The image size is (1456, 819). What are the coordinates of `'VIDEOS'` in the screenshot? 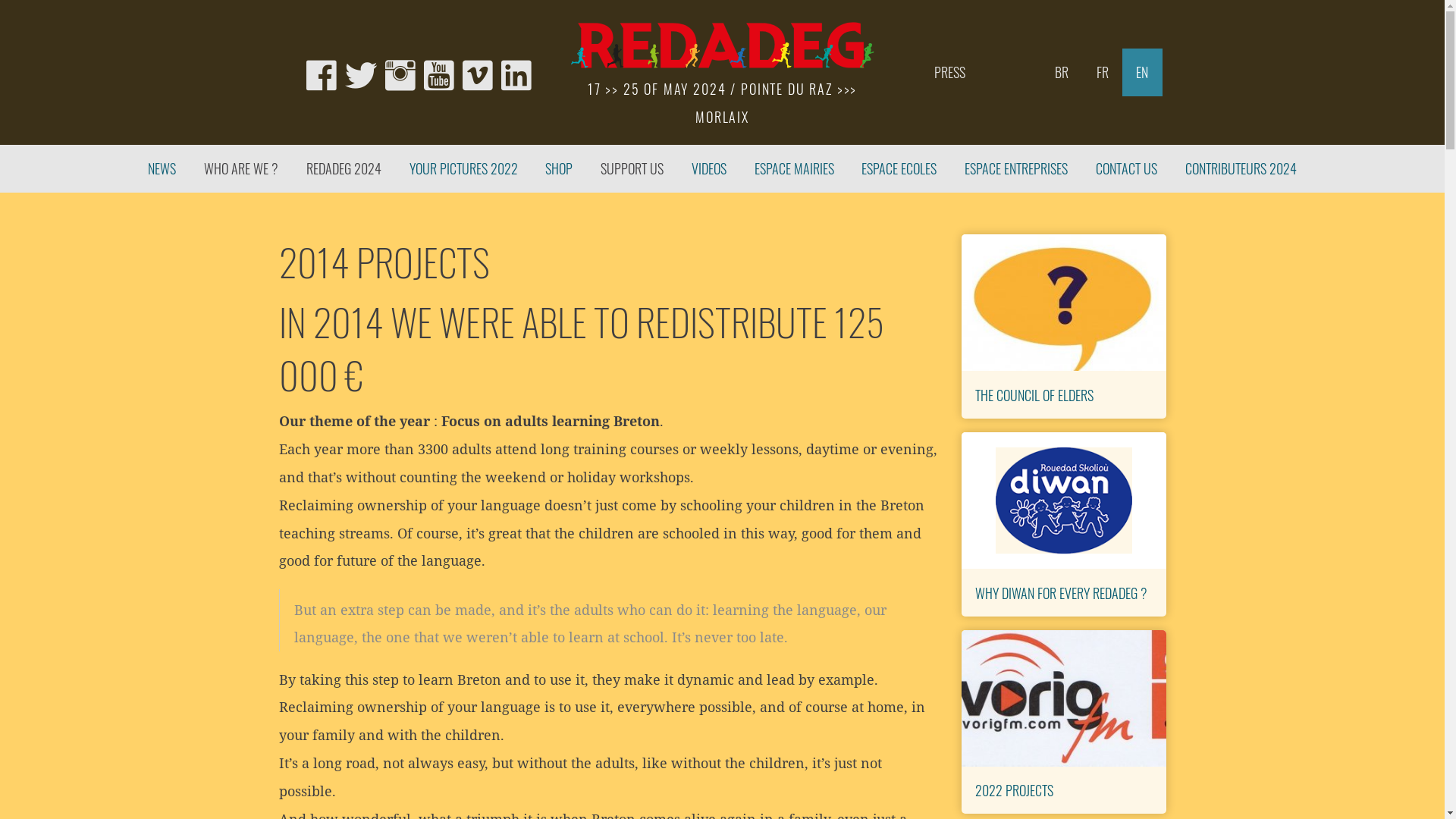 It's located at (676, 168).